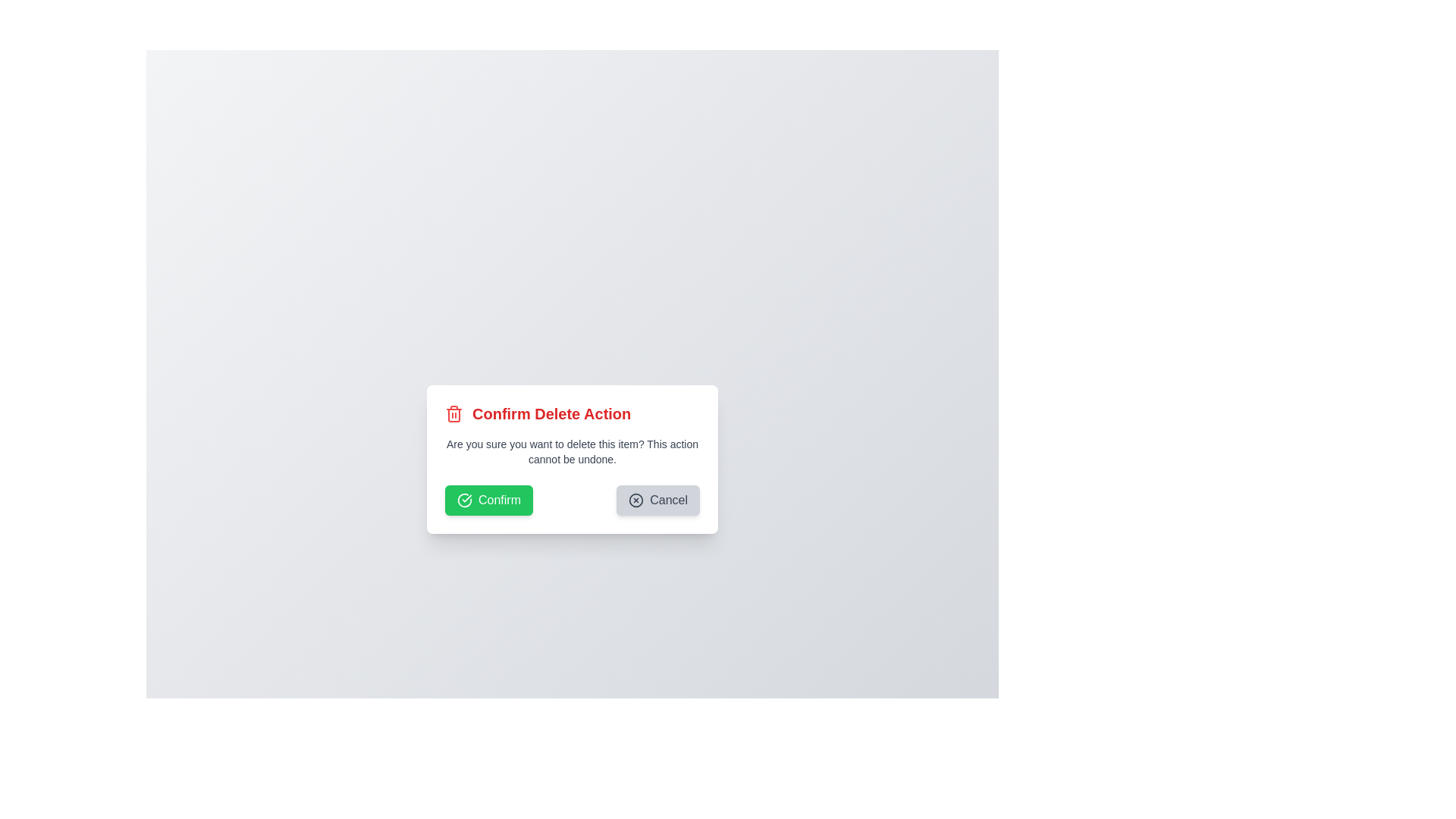 The width and height of the screenshot is (1456, 819). What do you see at coordinates (636, 500) in the screenshot?
I see `the circular graphical icon component with a dark outline located within the icon preceding the 'Confirm Delete Action' text in the modal dialog box` at bounding box center [636, 500].